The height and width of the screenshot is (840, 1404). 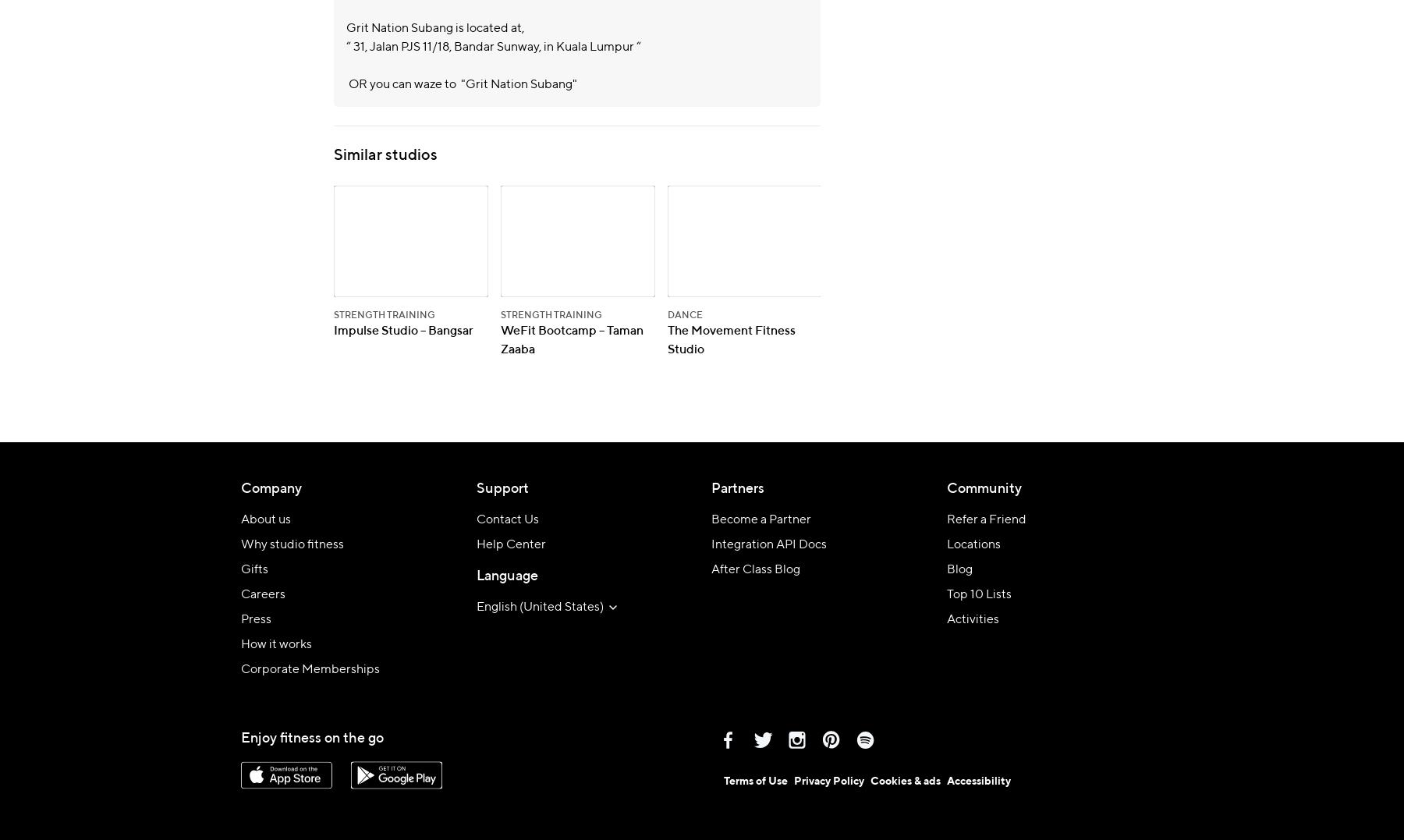 I want to click on 'About us', so click(x=240, y=519).